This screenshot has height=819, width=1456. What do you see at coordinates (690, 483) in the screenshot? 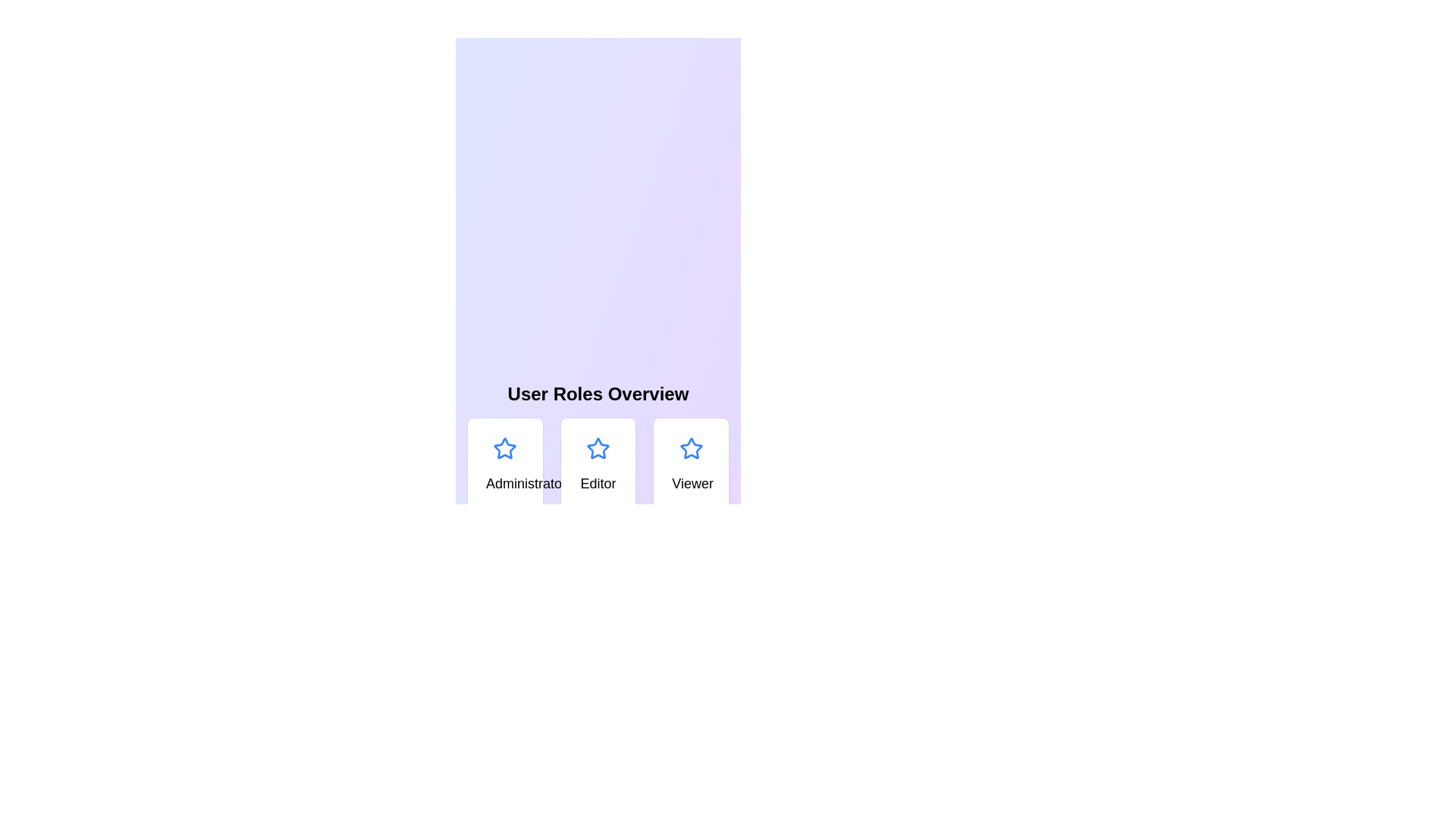
I see `the static Text Label indicating the role name 'Viewer', which is positioned below a stylized blue star icon in the bottom section of the card-like structure` at bounding box center [690, 483].